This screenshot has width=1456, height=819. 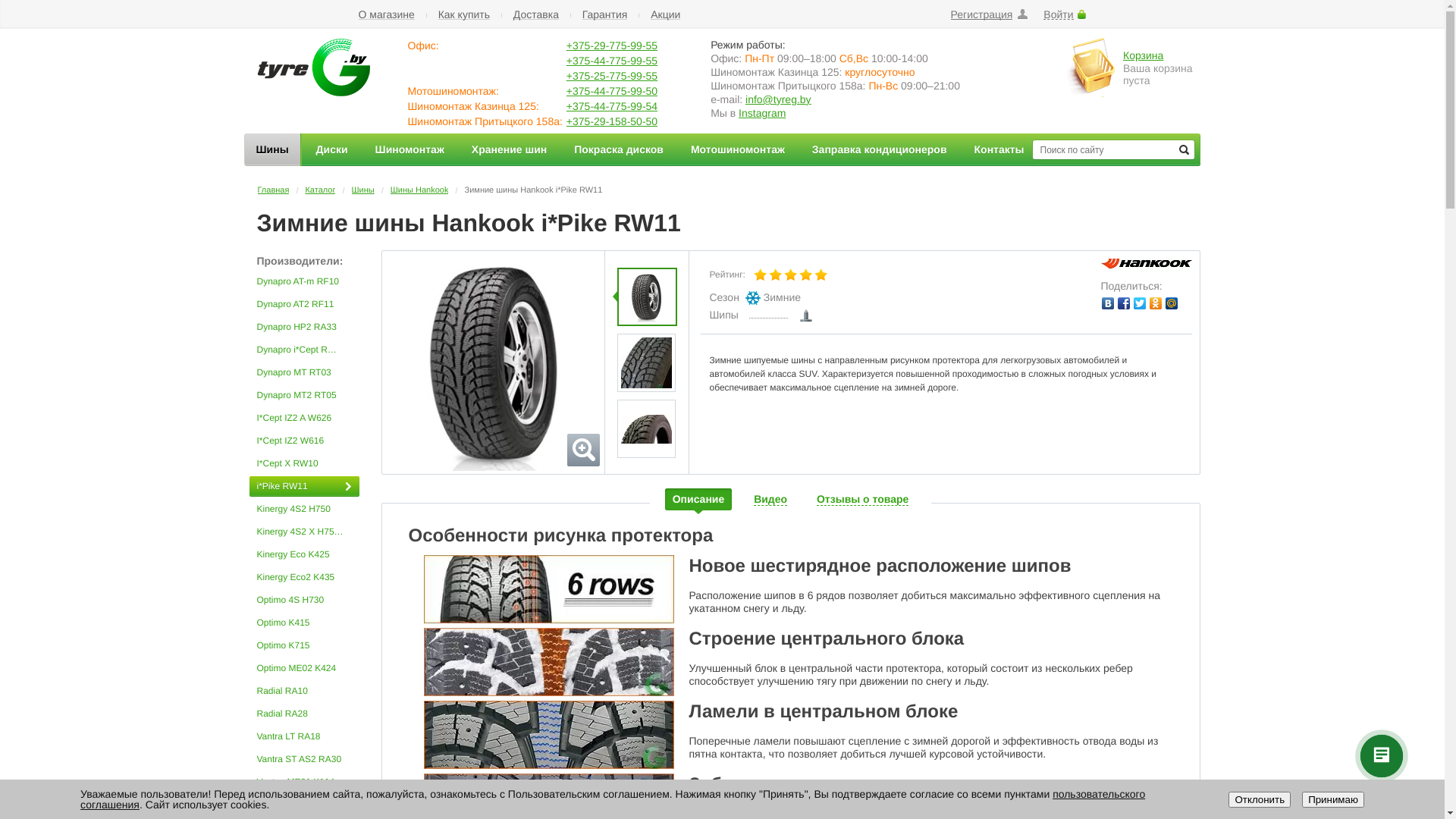 I want to click on '+375-29-158-50-50', so click(x=611, y=120).